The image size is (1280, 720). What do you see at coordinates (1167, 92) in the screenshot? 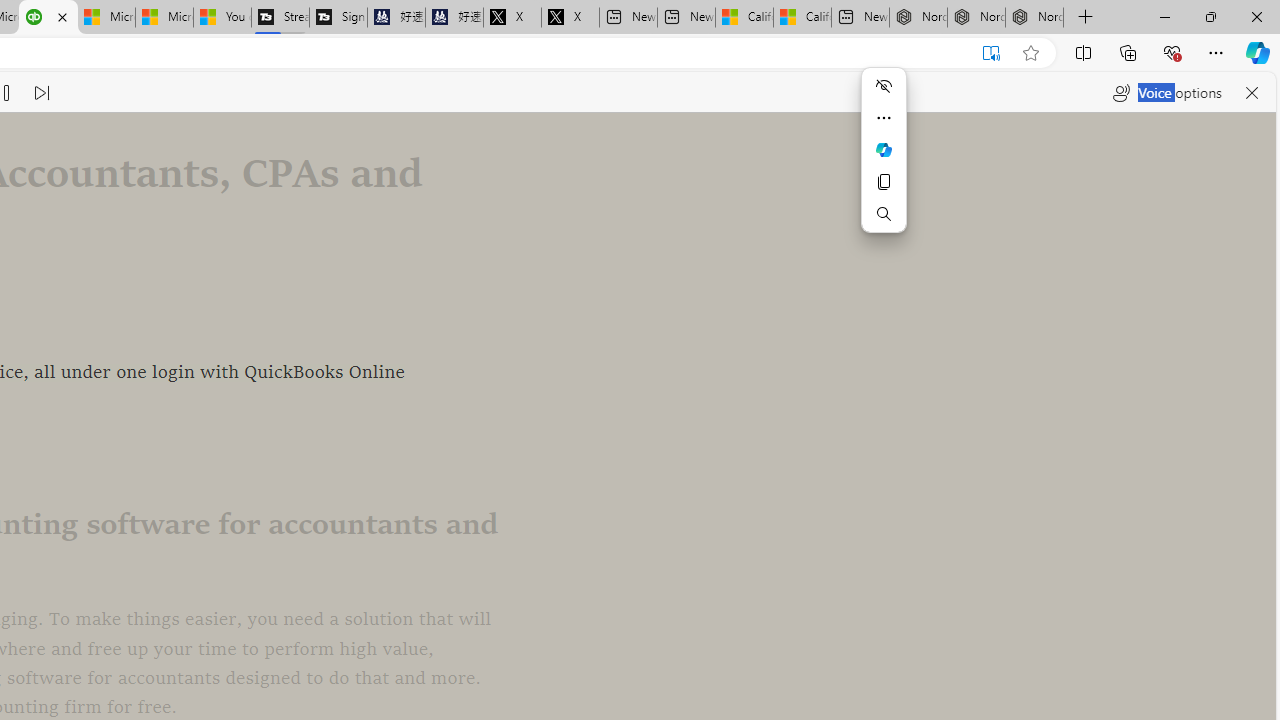
I see `'Voice options'` at bounding box center [1167, 92].